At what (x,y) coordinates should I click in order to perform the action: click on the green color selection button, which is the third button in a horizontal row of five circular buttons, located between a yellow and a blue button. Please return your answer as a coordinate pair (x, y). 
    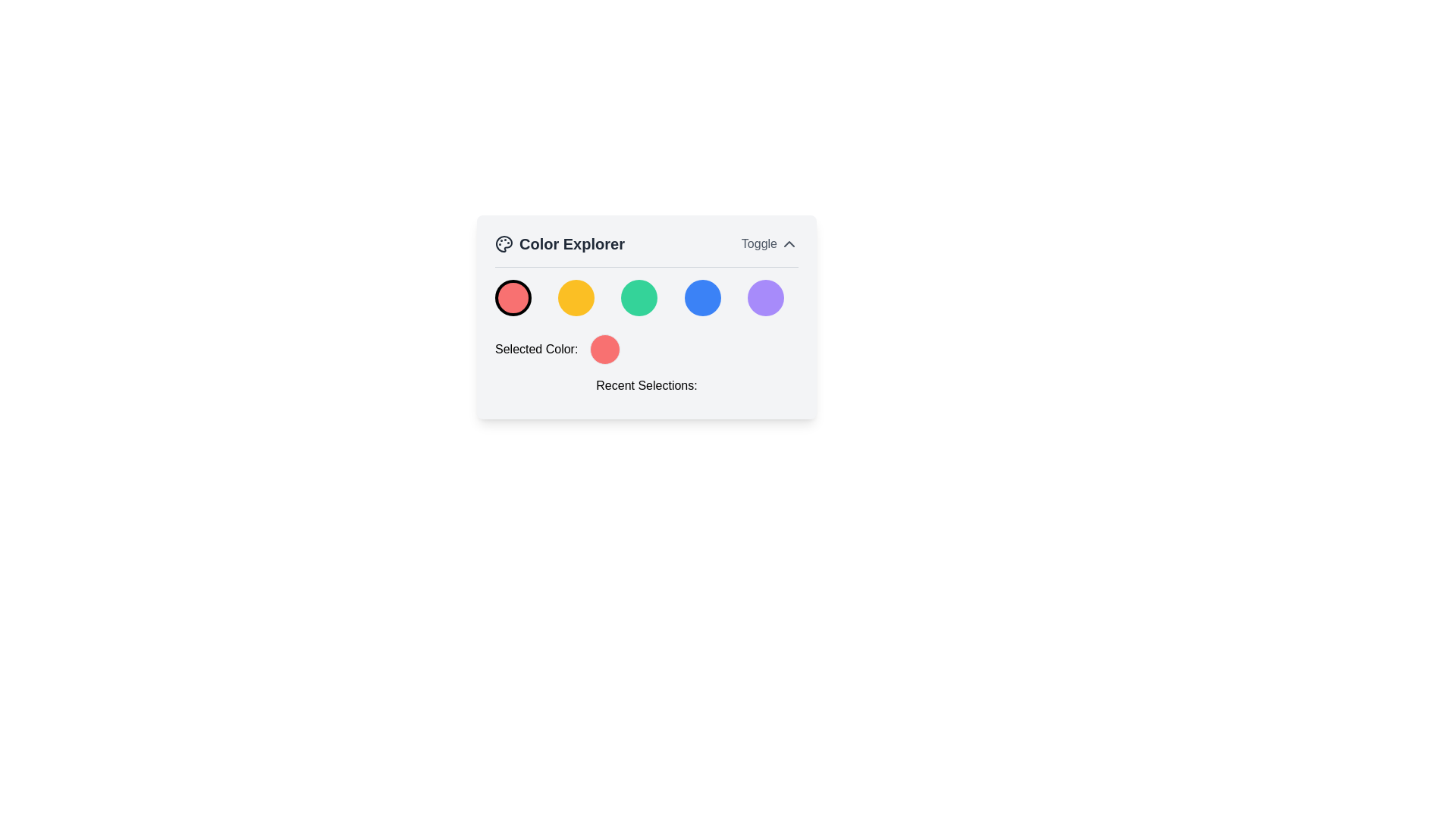
    Looking at the image, I should click on (639, 298).